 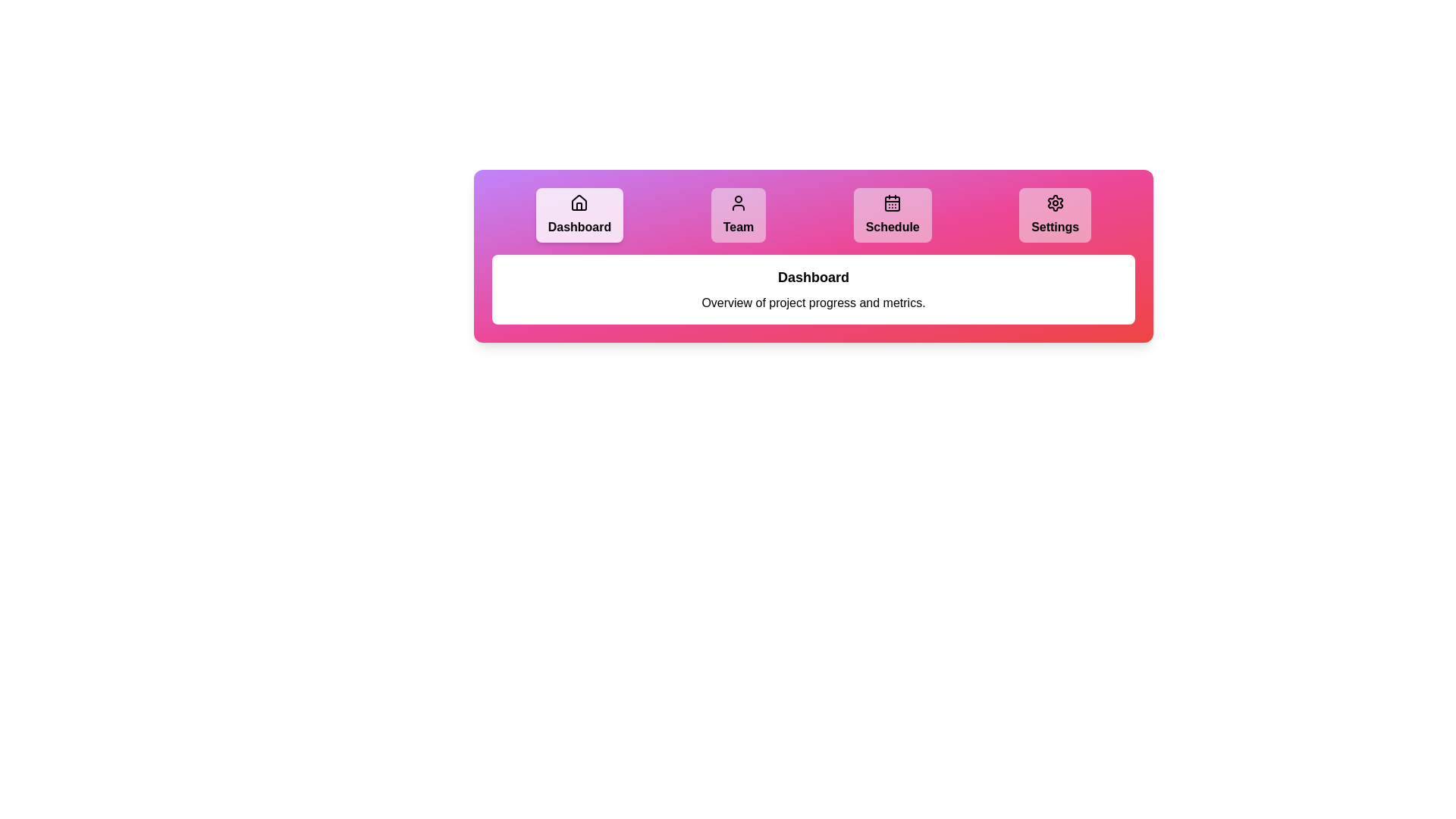 I want to click on the tab labeled Team by clicking on it, so click(x=739, y=215).